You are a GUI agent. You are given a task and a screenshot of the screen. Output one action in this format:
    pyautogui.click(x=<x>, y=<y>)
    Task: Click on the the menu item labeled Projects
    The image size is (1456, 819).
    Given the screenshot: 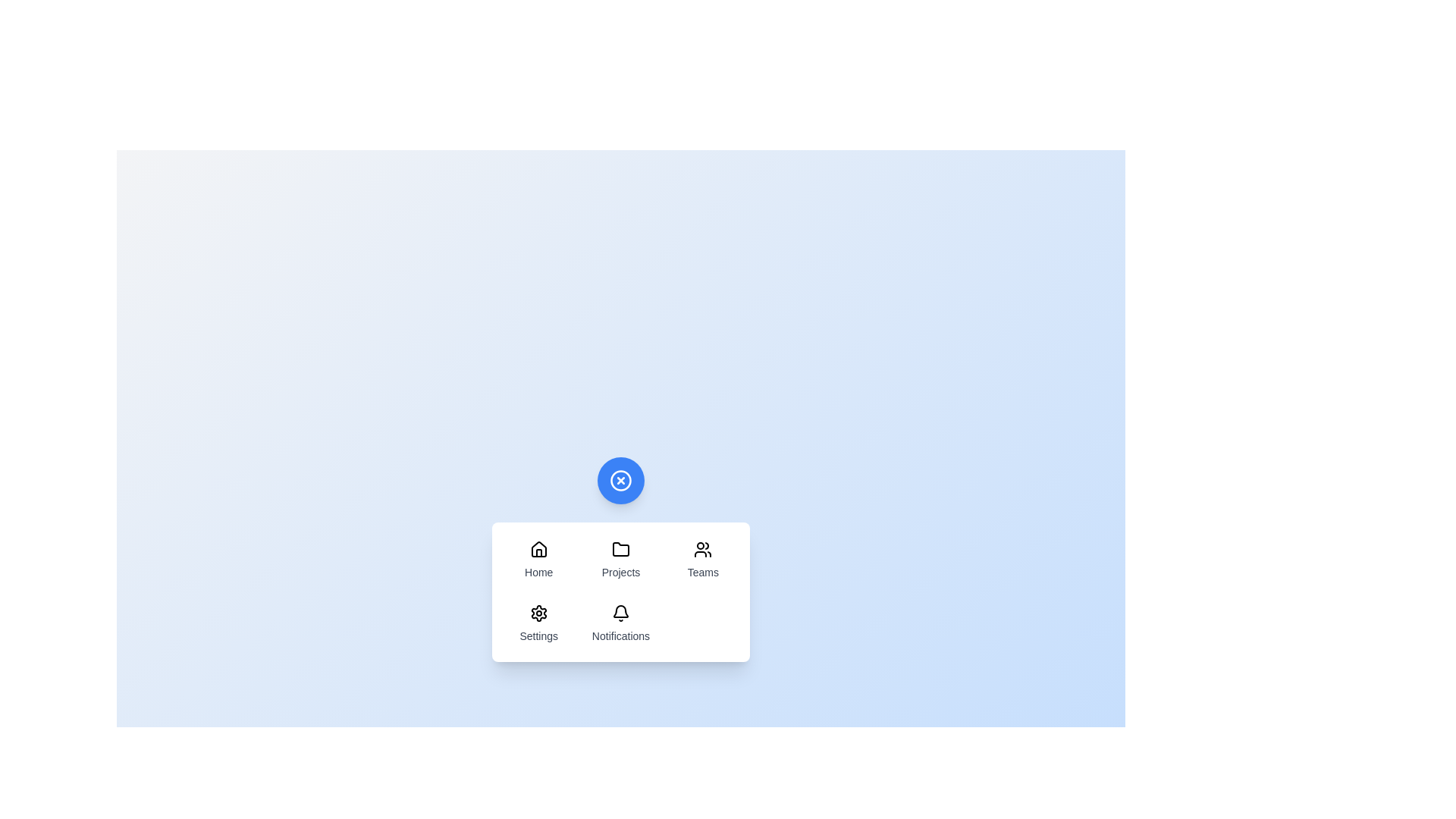 What is the action you would take?
    pyautogui.click(x=621, y=560)
    